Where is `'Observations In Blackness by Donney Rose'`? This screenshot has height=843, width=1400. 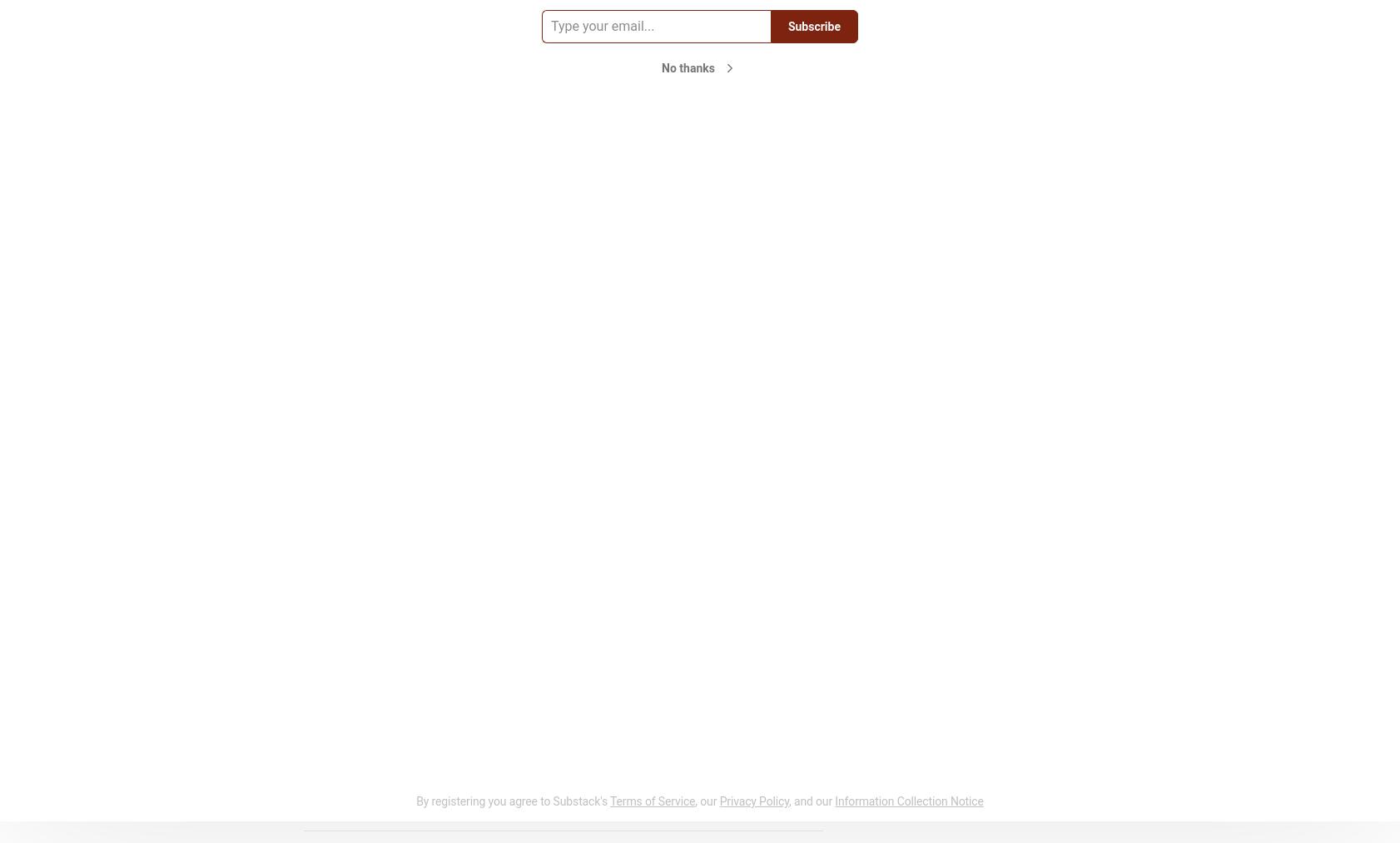 'Observations In Blackness by Donney Rose' is located at coordinates (976, 171).